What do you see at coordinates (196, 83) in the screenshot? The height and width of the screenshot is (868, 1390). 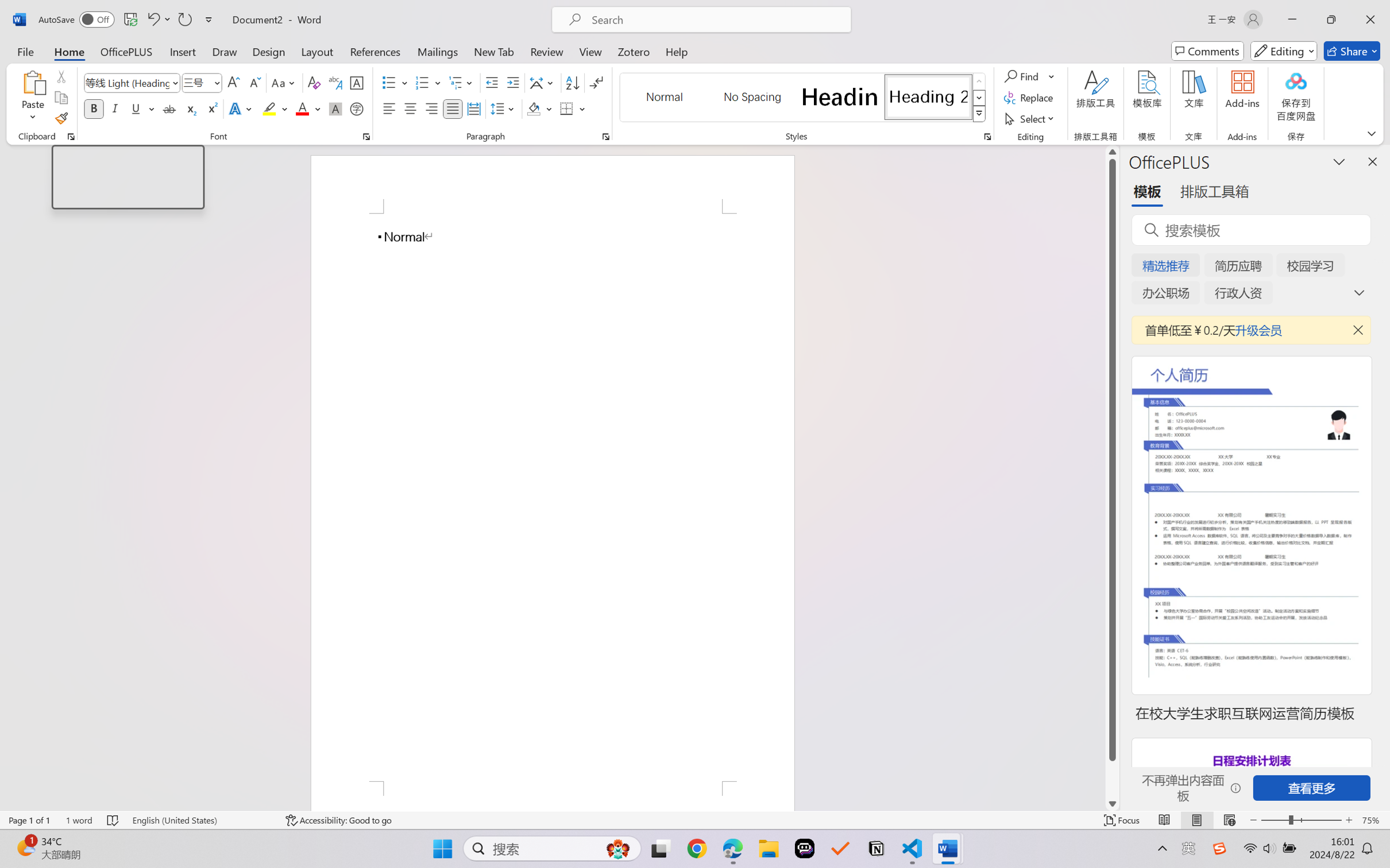 I see `'Font Size'` at bounding box center [196, 83].